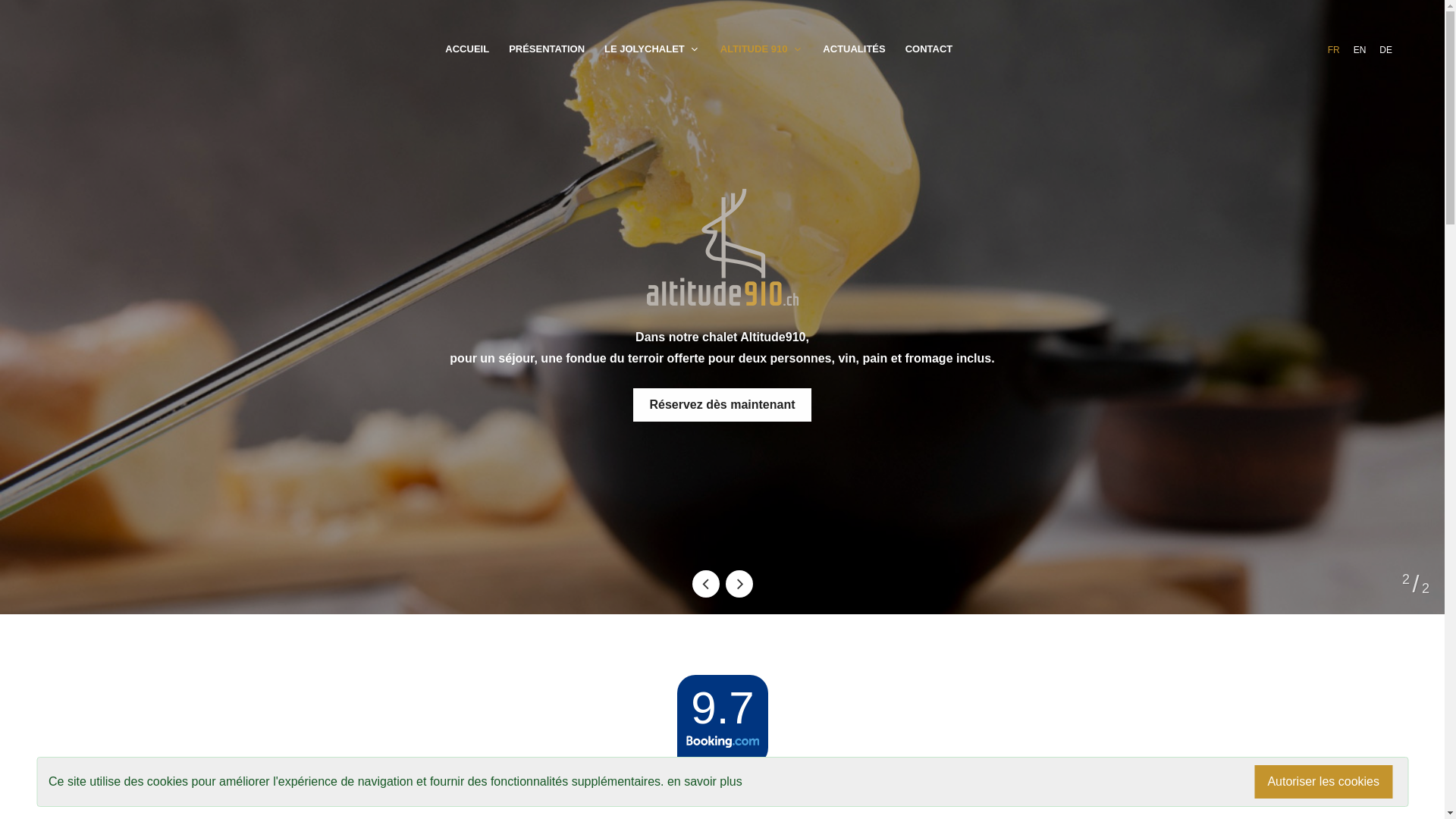 The height and width of the screenshot is (819, 1456). Describe the element at coordinates (652, 49) in the screenshot. I see `'LE JOLYCHALET'` at that location.